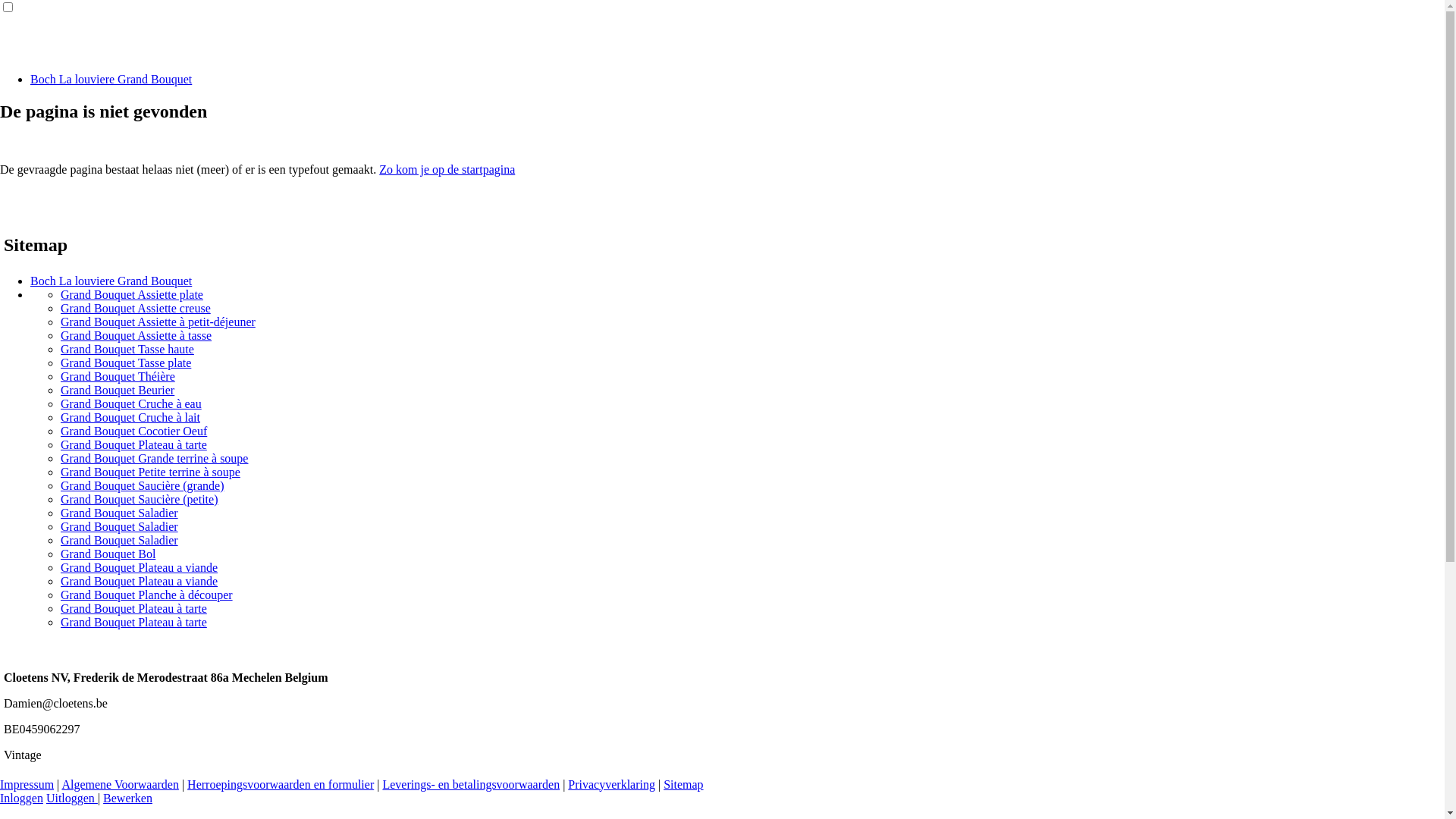  Describe the element at coordinates (133, 431) in the screenshot. I see `'Grand Bouquet Cocotier Oeuf'` at that location.